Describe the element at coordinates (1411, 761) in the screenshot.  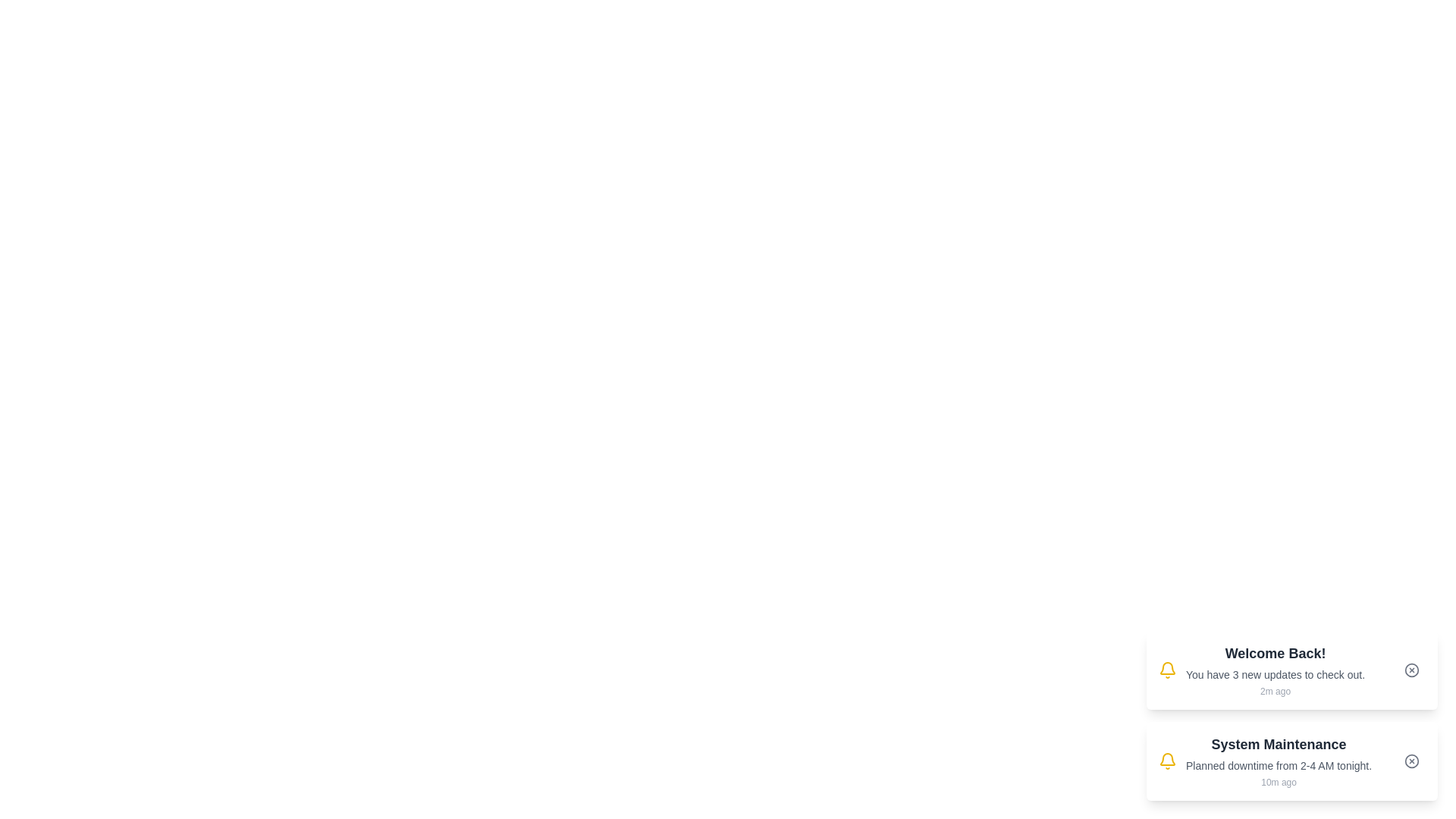
I see `dismiss button for the notification titled 'System Maintenance'` at that location.